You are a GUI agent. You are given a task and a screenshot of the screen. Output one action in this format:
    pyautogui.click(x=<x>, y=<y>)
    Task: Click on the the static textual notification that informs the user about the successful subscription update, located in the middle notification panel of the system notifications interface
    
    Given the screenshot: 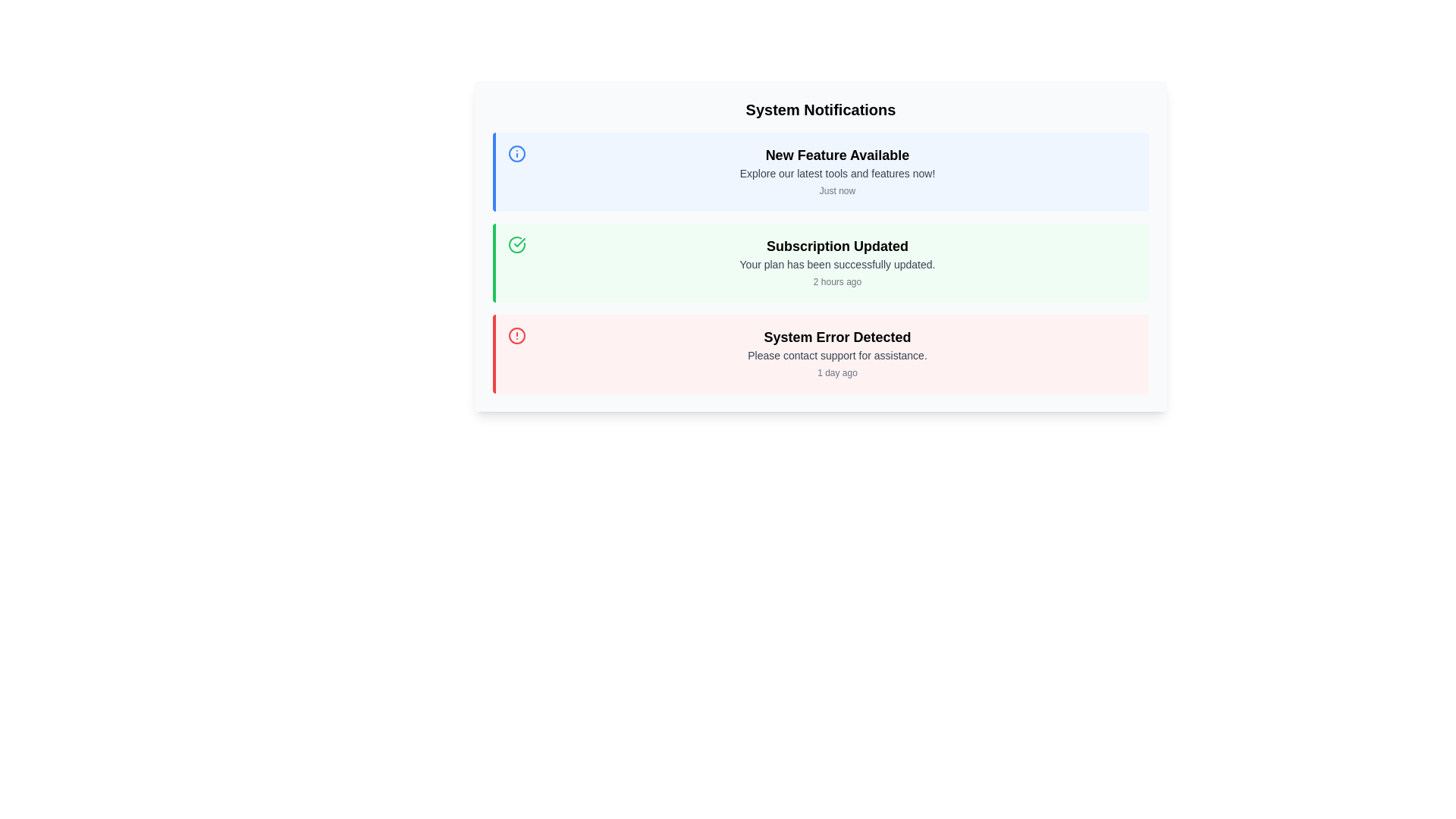 What is the action you would take?
    pyautogui.click(x=836, y=262)
    